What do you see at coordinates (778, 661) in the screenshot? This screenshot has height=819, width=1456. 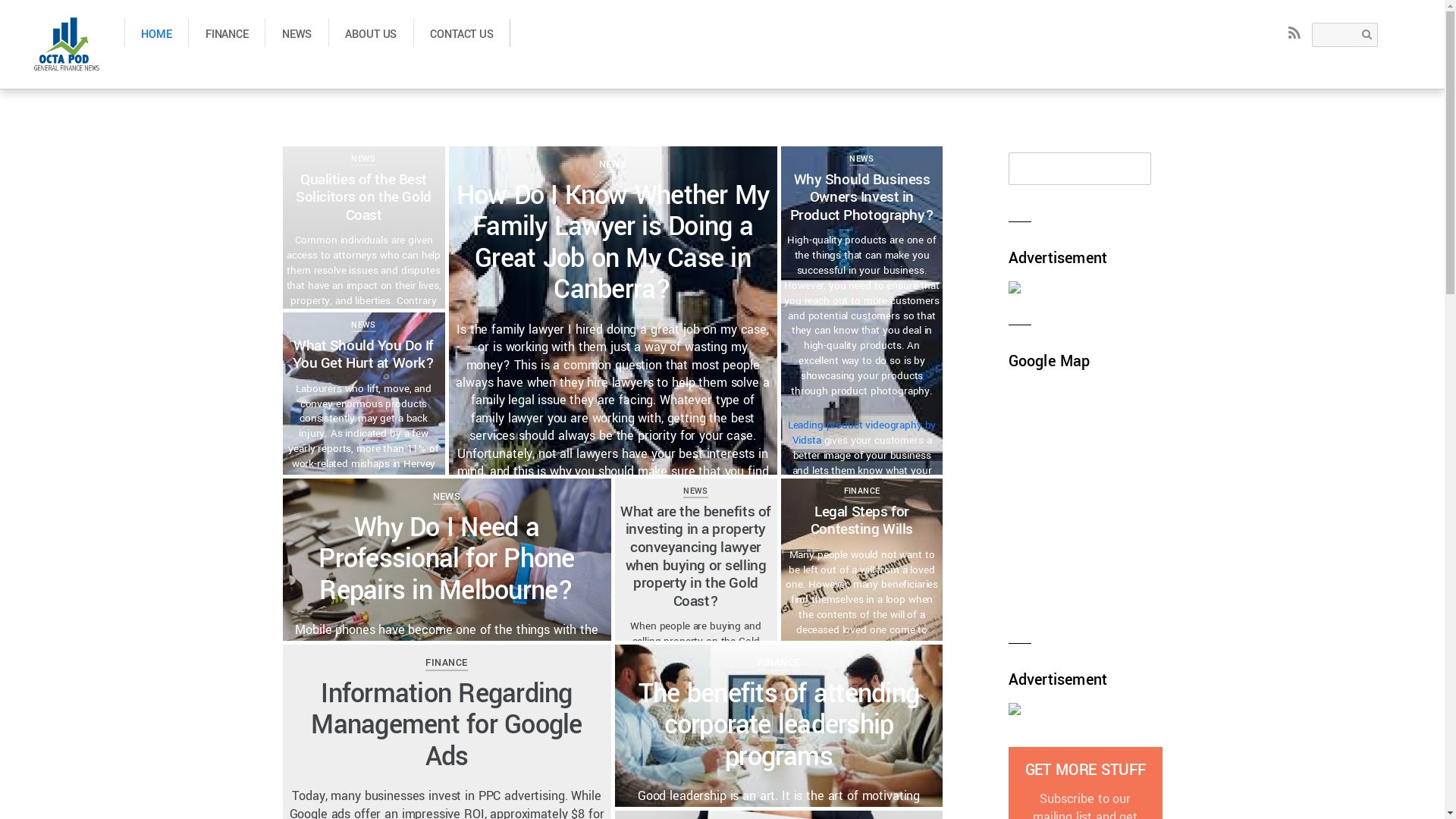 I see `'FINANCE'` at bounding box center [778, 661].